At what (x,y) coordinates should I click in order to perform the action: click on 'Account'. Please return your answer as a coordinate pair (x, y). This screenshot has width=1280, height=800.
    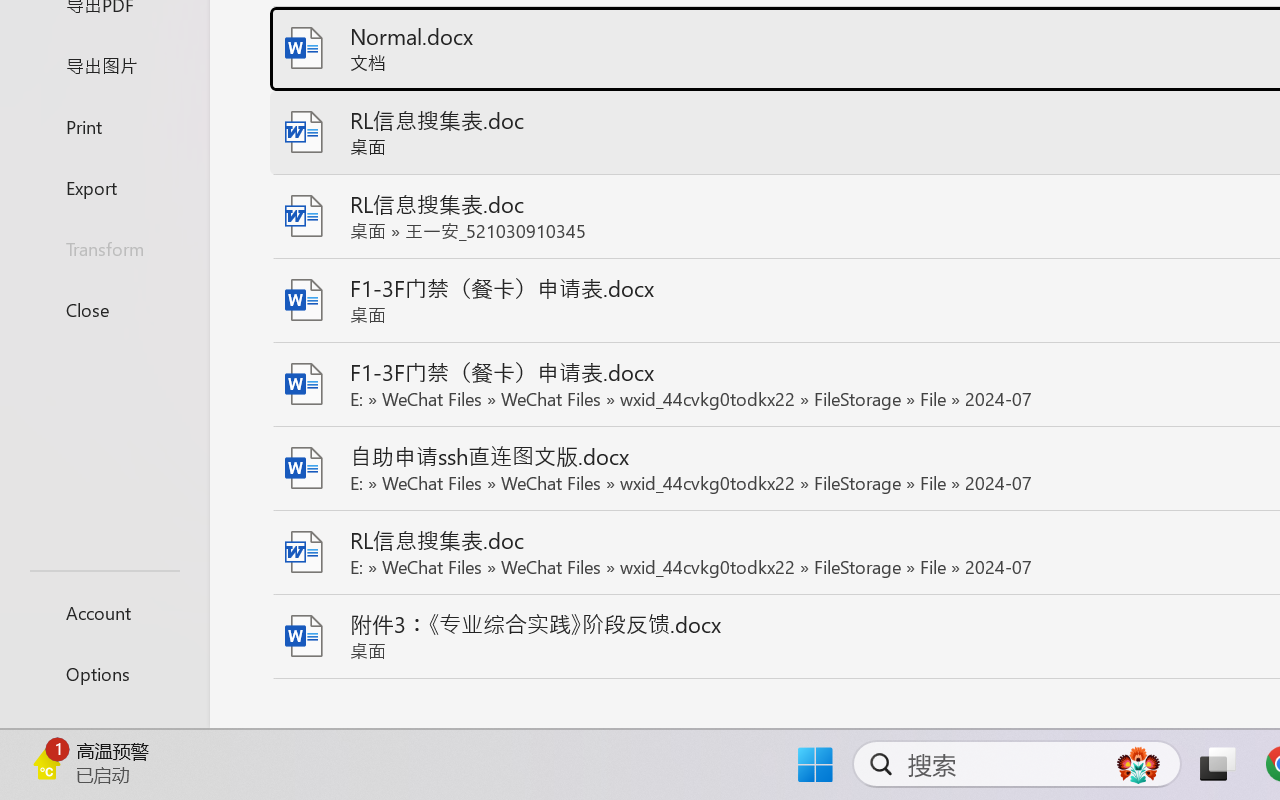
    Looking at the image, I should click on (103, 612).